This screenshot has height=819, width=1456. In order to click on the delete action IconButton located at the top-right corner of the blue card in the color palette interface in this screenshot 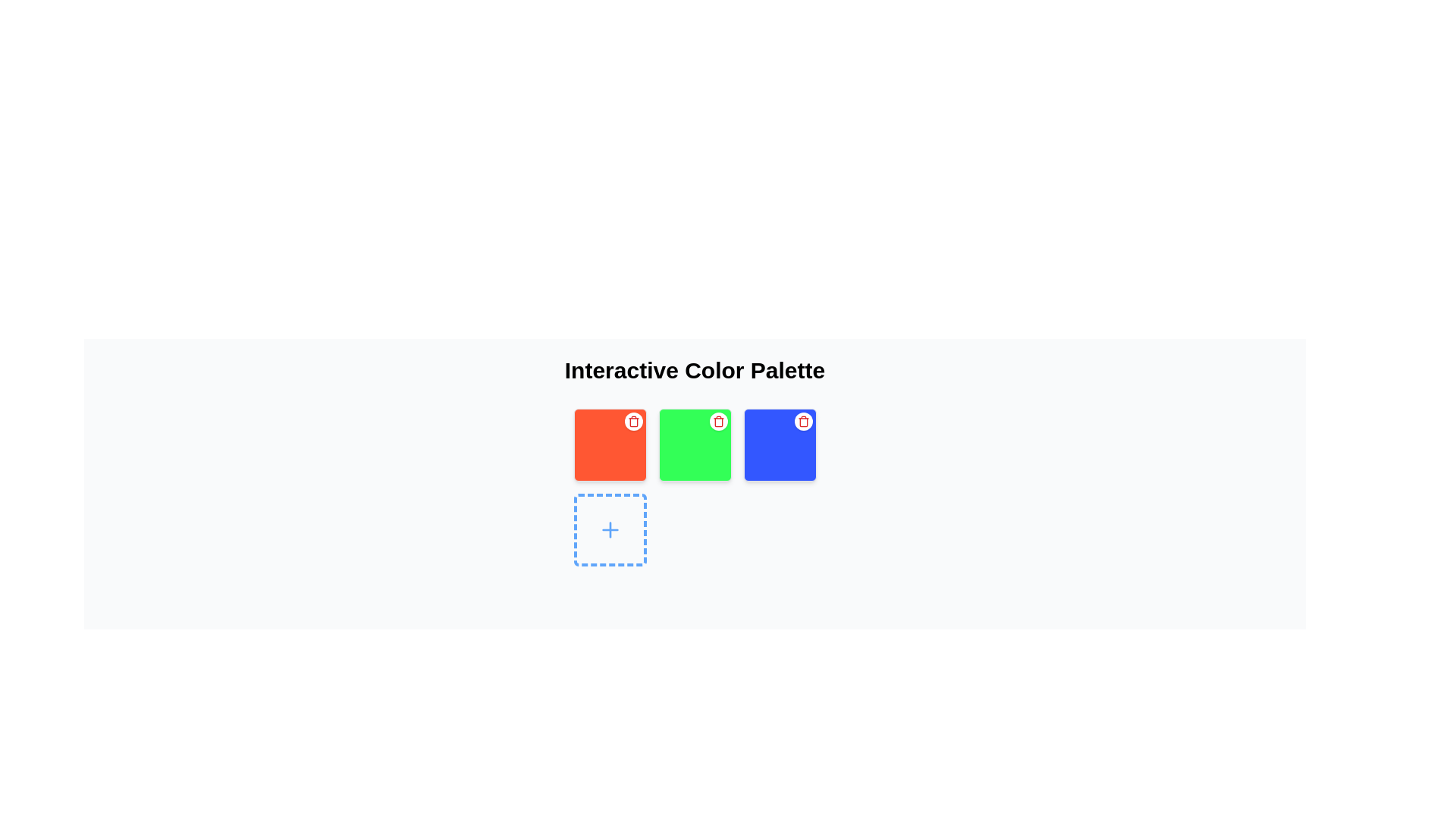, I will do `click(802, 421)`.